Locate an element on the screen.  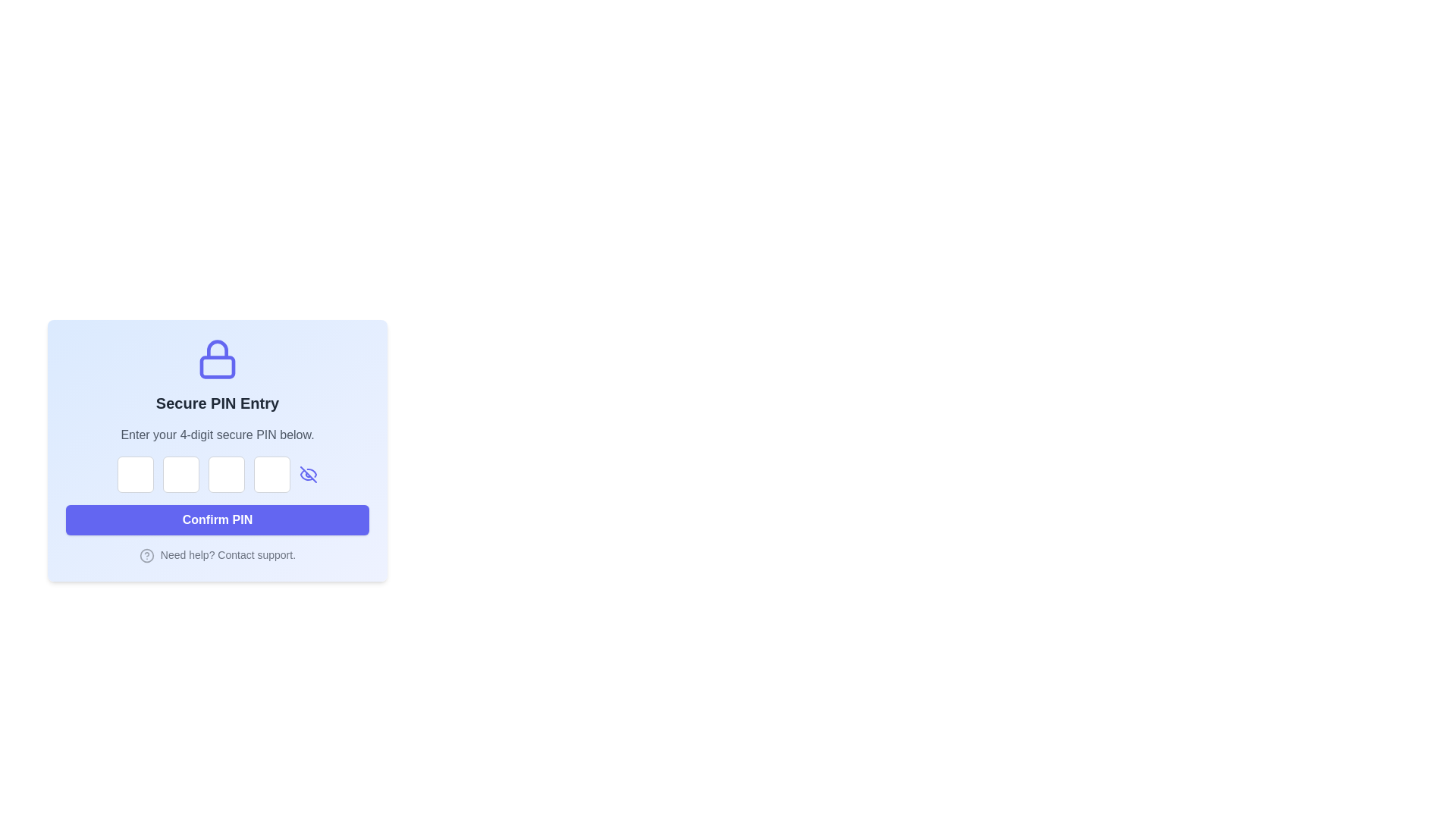
the security icon located near the top of the dialog box, just above the 'Secure PIN Entry' text is located at coordinates (217, 359).